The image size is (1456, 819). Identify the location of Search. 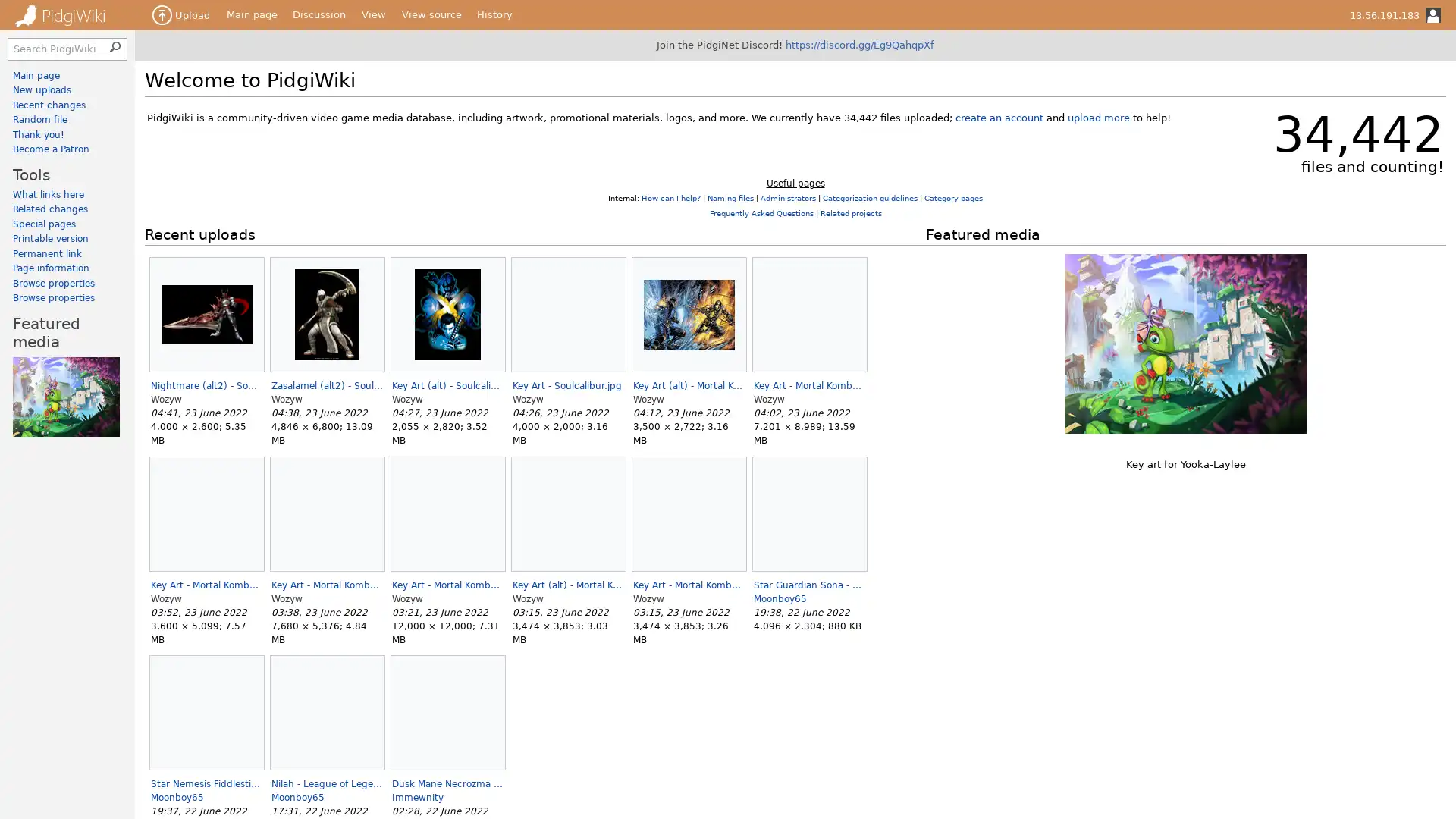
(116, 45).